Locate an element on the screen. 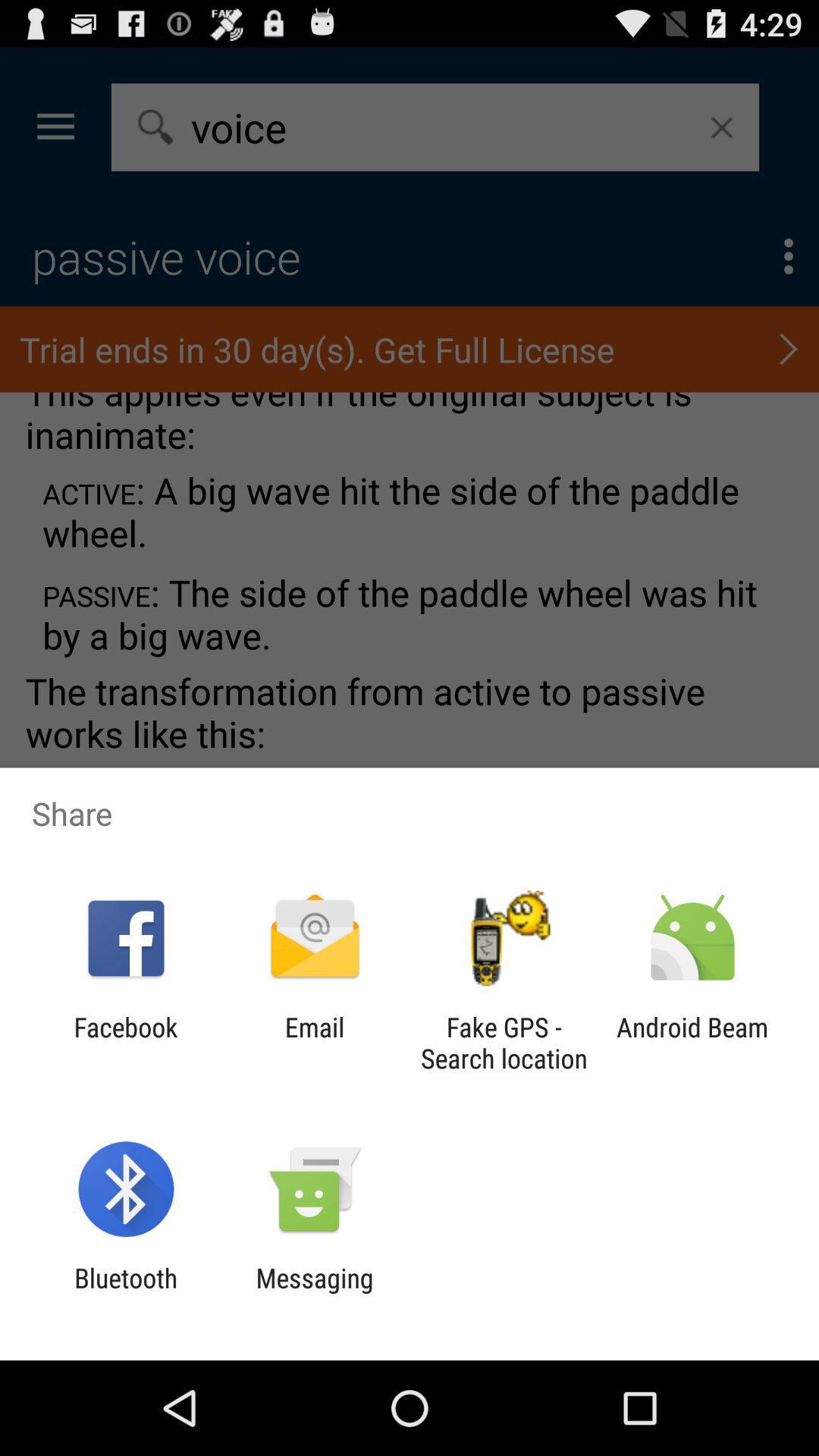 This screenshot has width=819, height=1456. app to the right of bluetooth app is located at coordinates (314, 1293).